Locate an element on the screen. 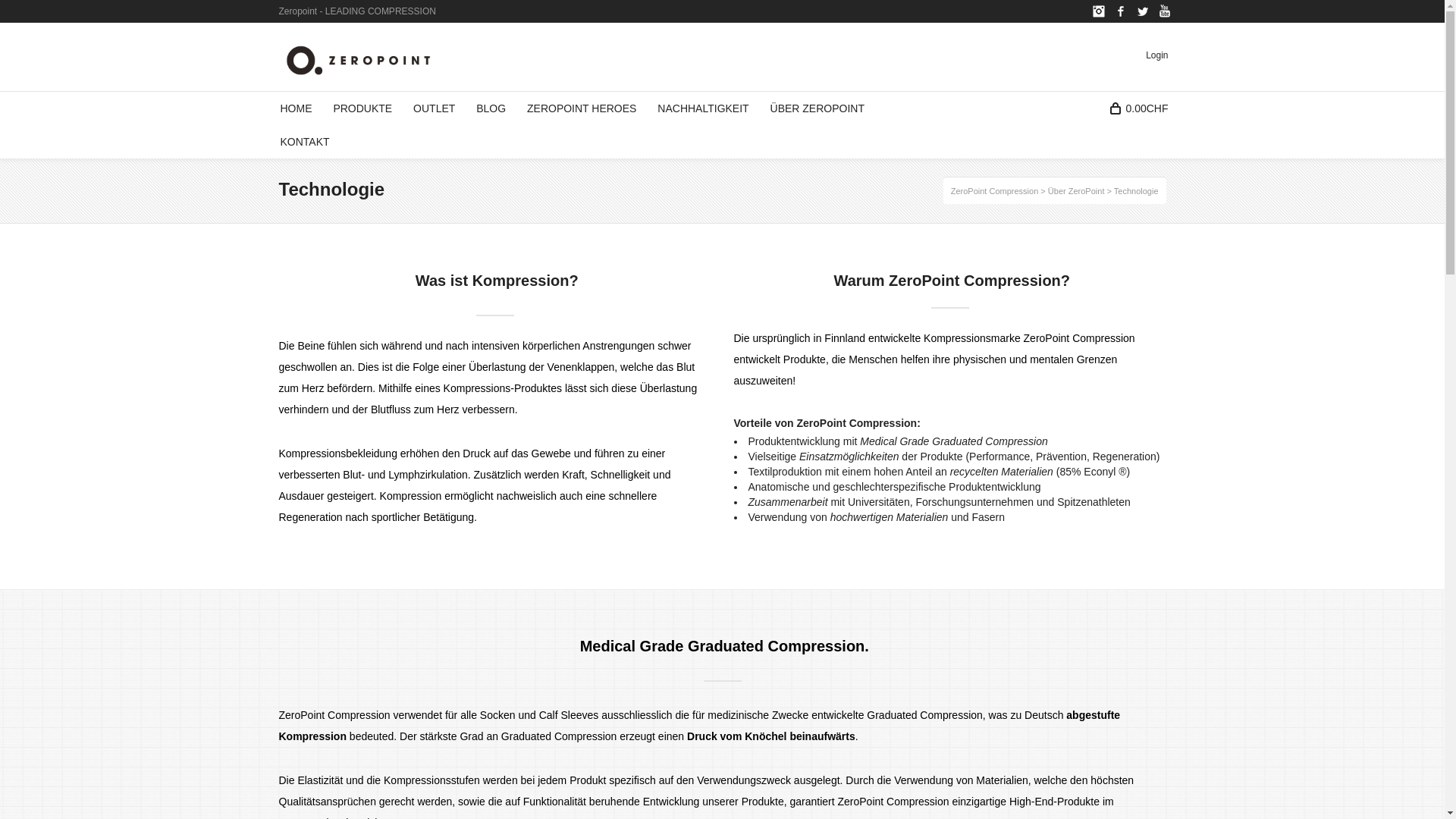  'KONTAKT' is located at coordinates (304, 141).